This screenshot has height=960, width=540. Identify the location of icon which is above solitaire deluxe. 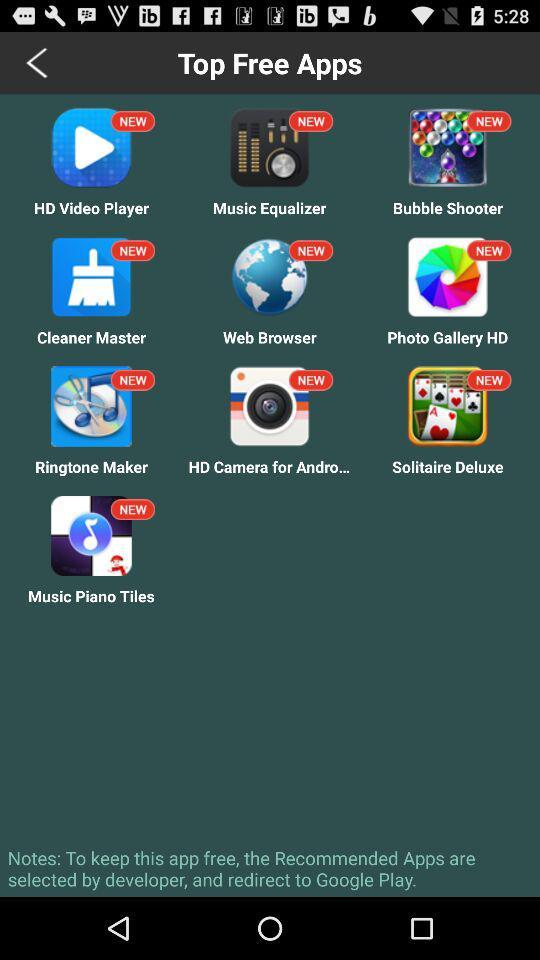
(447, 405).